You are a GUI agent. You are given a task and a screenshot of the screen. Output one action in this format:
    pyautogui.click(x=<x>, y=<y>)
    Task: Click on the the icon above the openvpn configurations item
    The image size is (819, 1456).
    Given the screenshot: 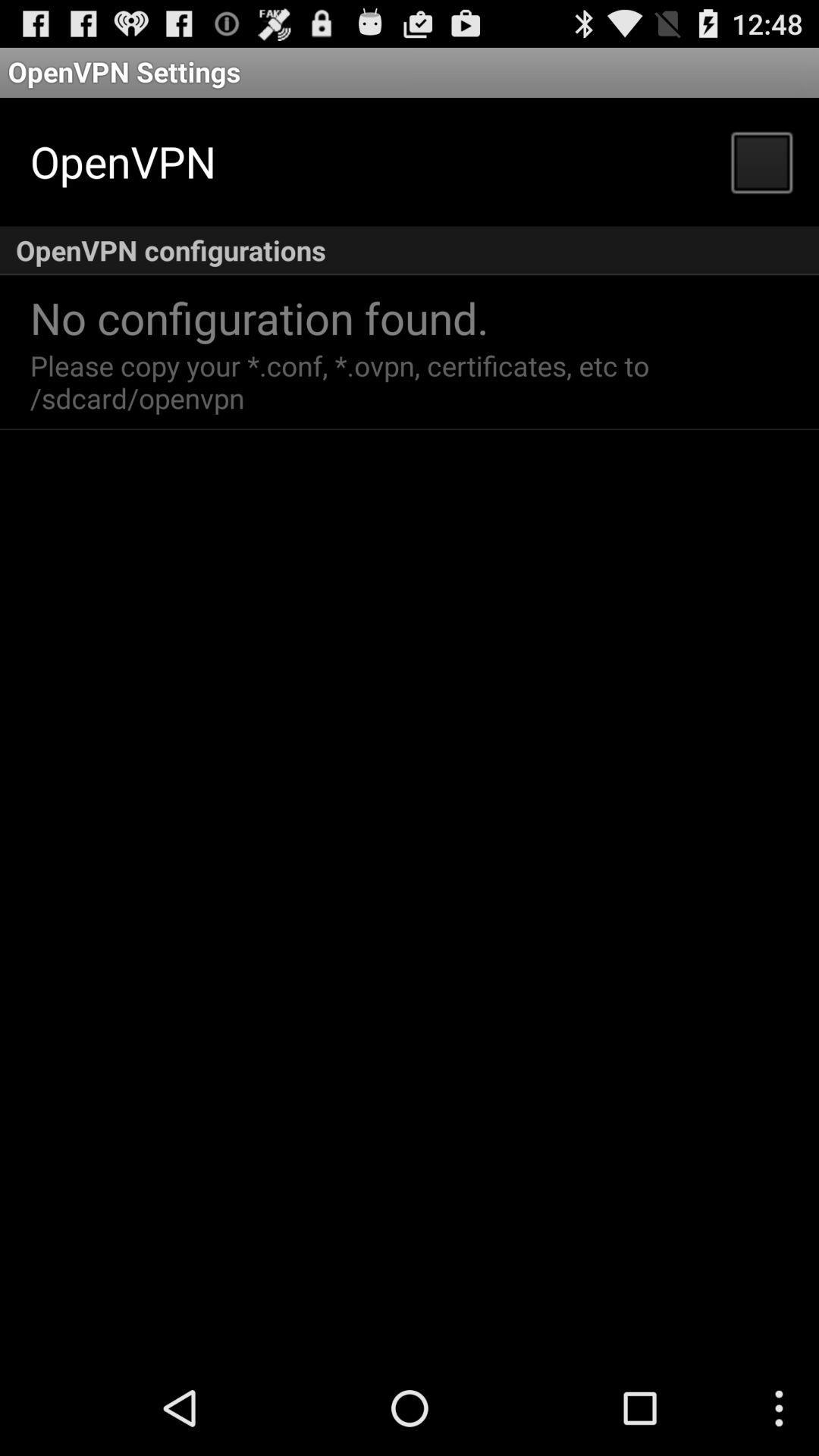 What is the action you would take?
    pyautogui.click(x=761, y=161)
    